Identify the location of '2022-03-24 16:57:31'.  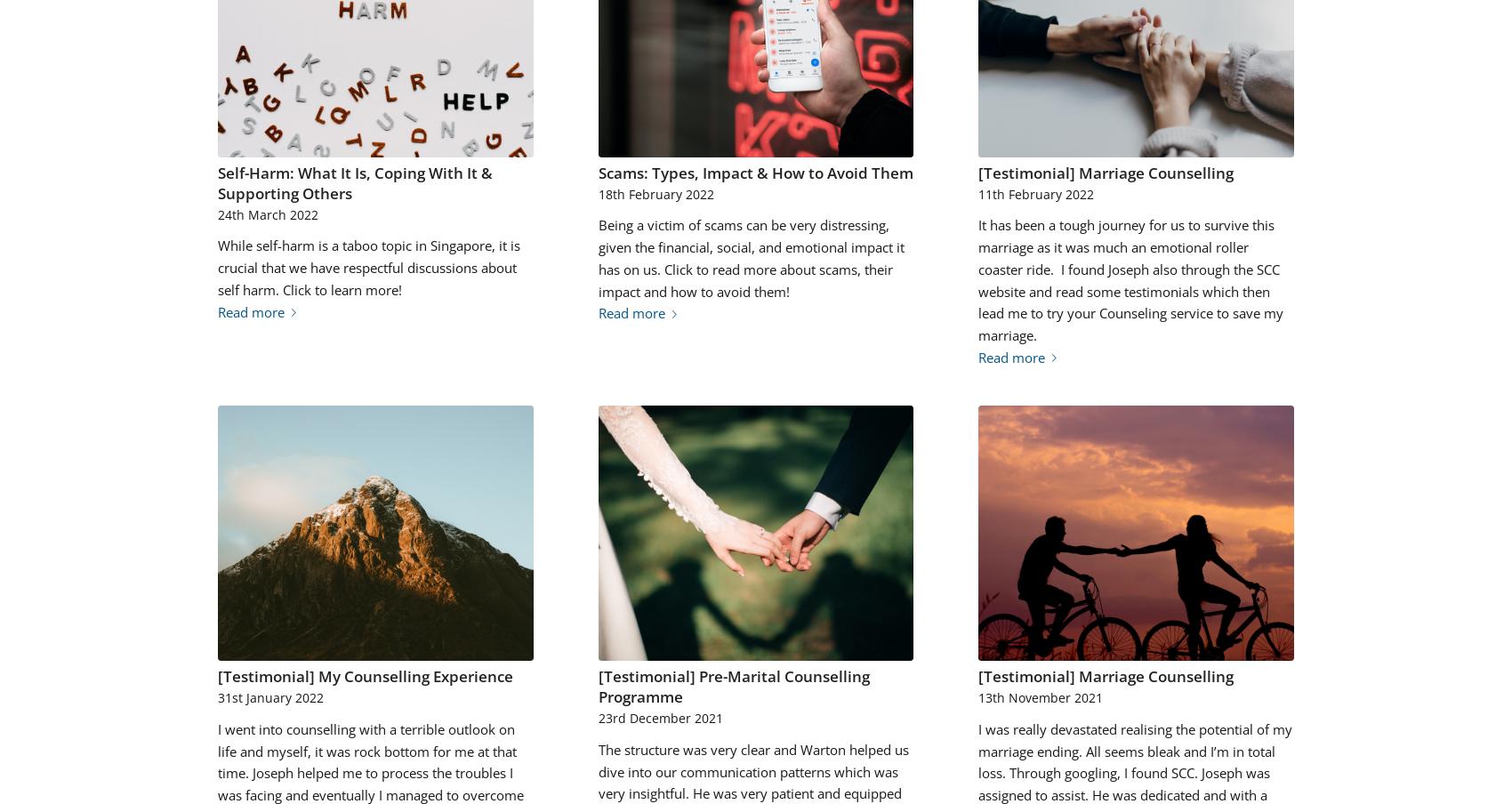
(217, 55).